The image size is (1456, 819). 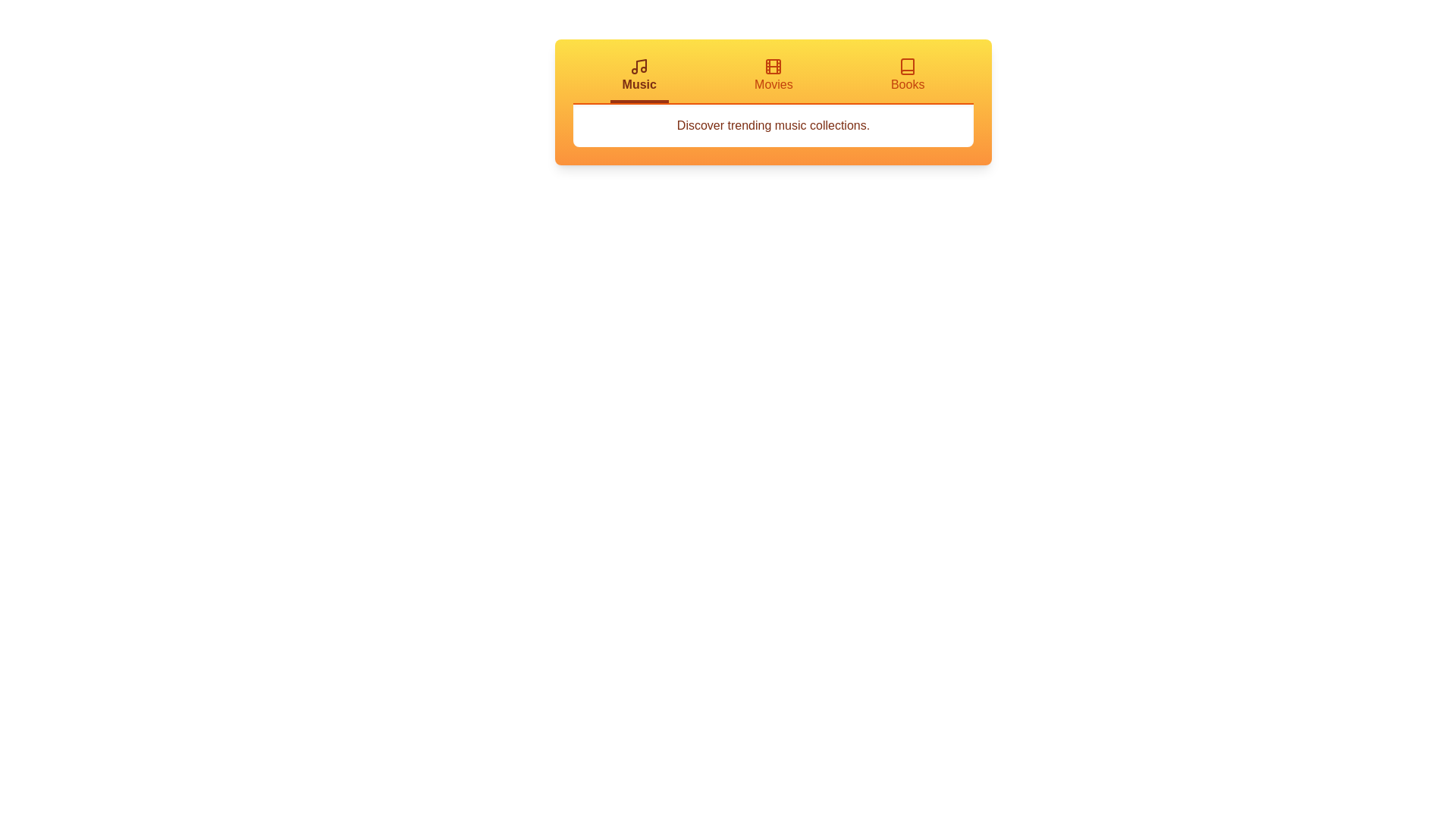 I want to click on the Movies tab to switch to it, so click(x=773, y=80).